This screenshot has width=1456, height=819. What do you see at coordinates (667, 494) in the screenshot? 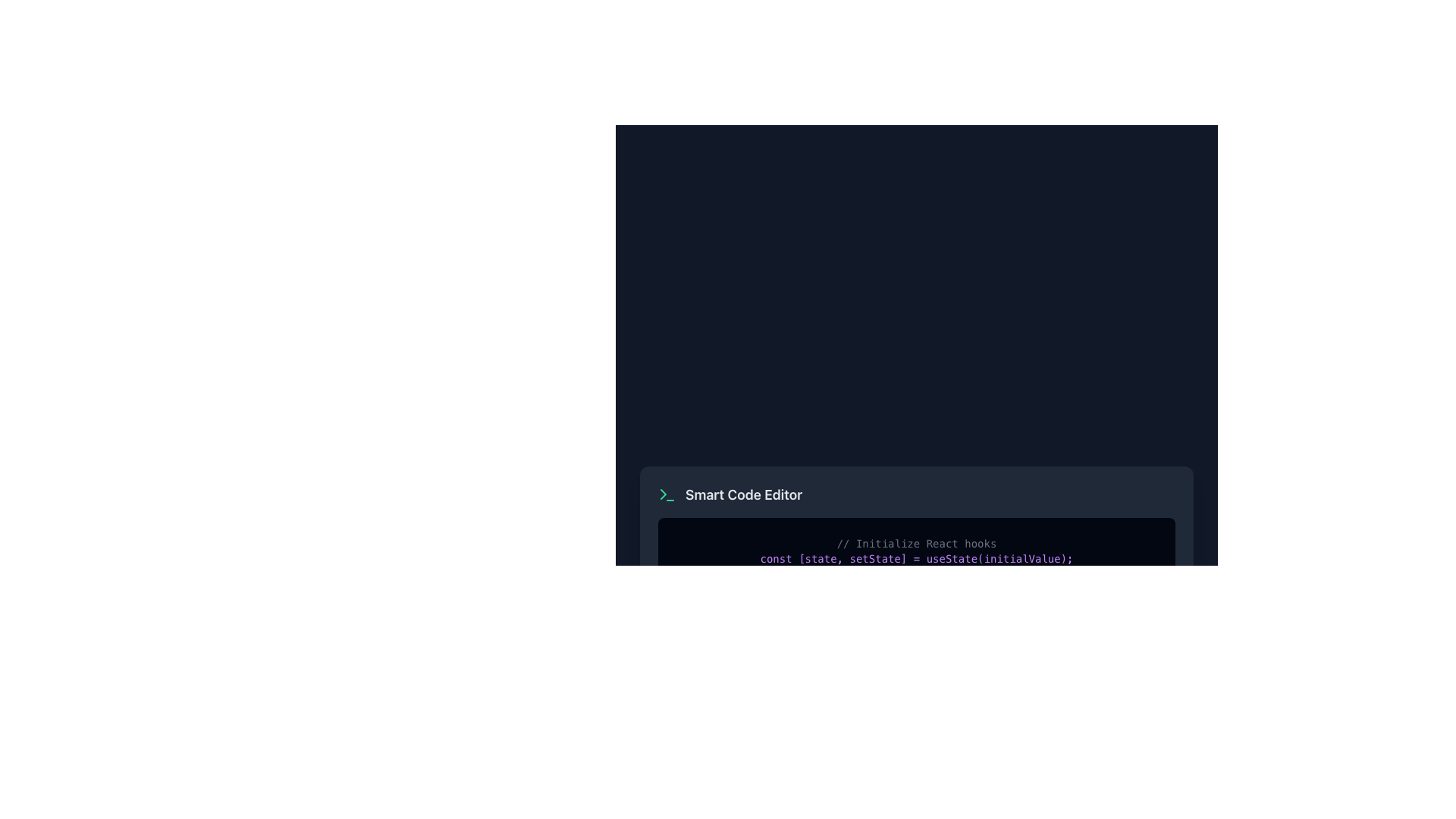
I see `the emerald green icon with a right-facing triangular arrow and a horizontal line beneath it, located to the left of the 'Smart Code Editor' label` at bounding box center [667, 494].